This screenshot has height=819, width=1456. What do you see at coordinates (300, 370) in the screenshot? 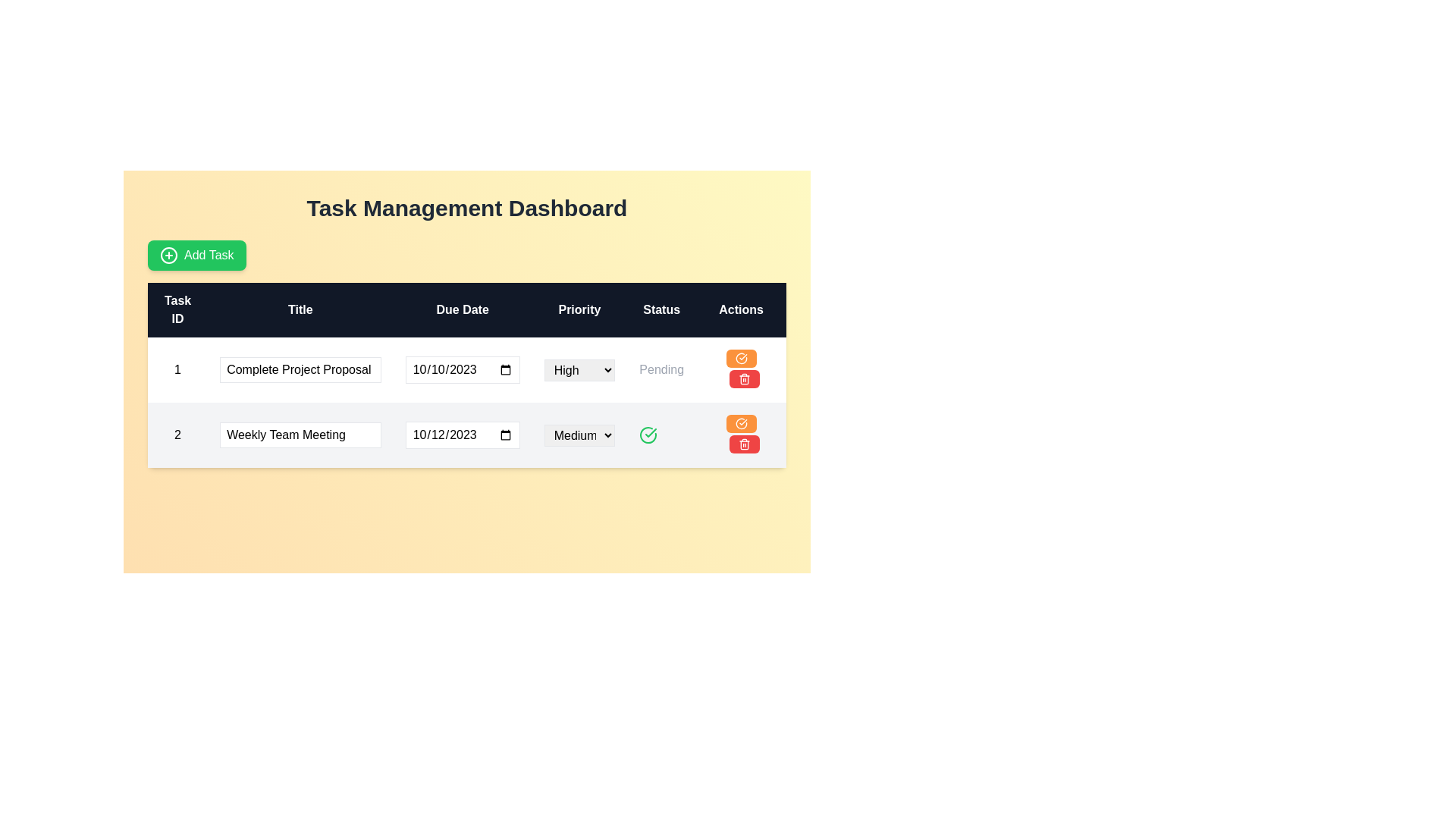
I see `the text in the text input field labeled 'Complete Project Proposal', which is located in the 'Title' column of the first row of the task management table` at bounding box center [300, 370].